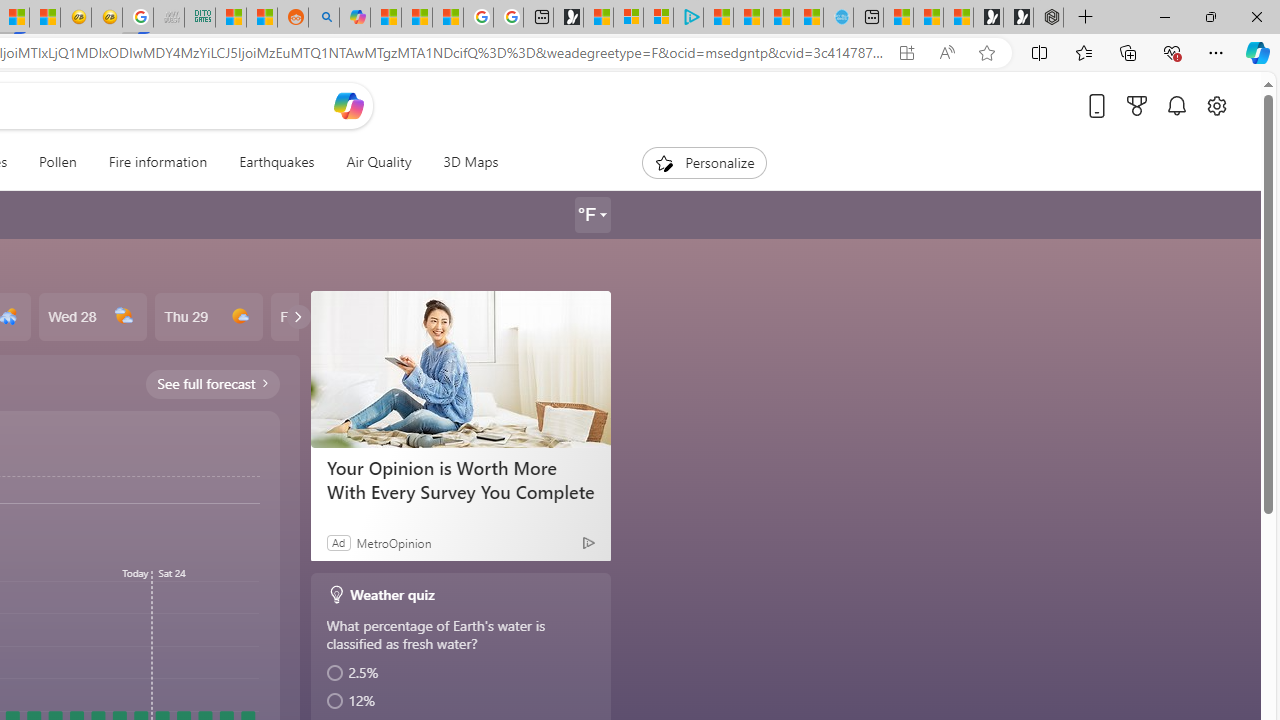 This screenshot has width=1280, height=720. What do you see at coordinates (1082, 51) in the screenshot?
I see `'Favorites'` at bounding box center [1082, 51].